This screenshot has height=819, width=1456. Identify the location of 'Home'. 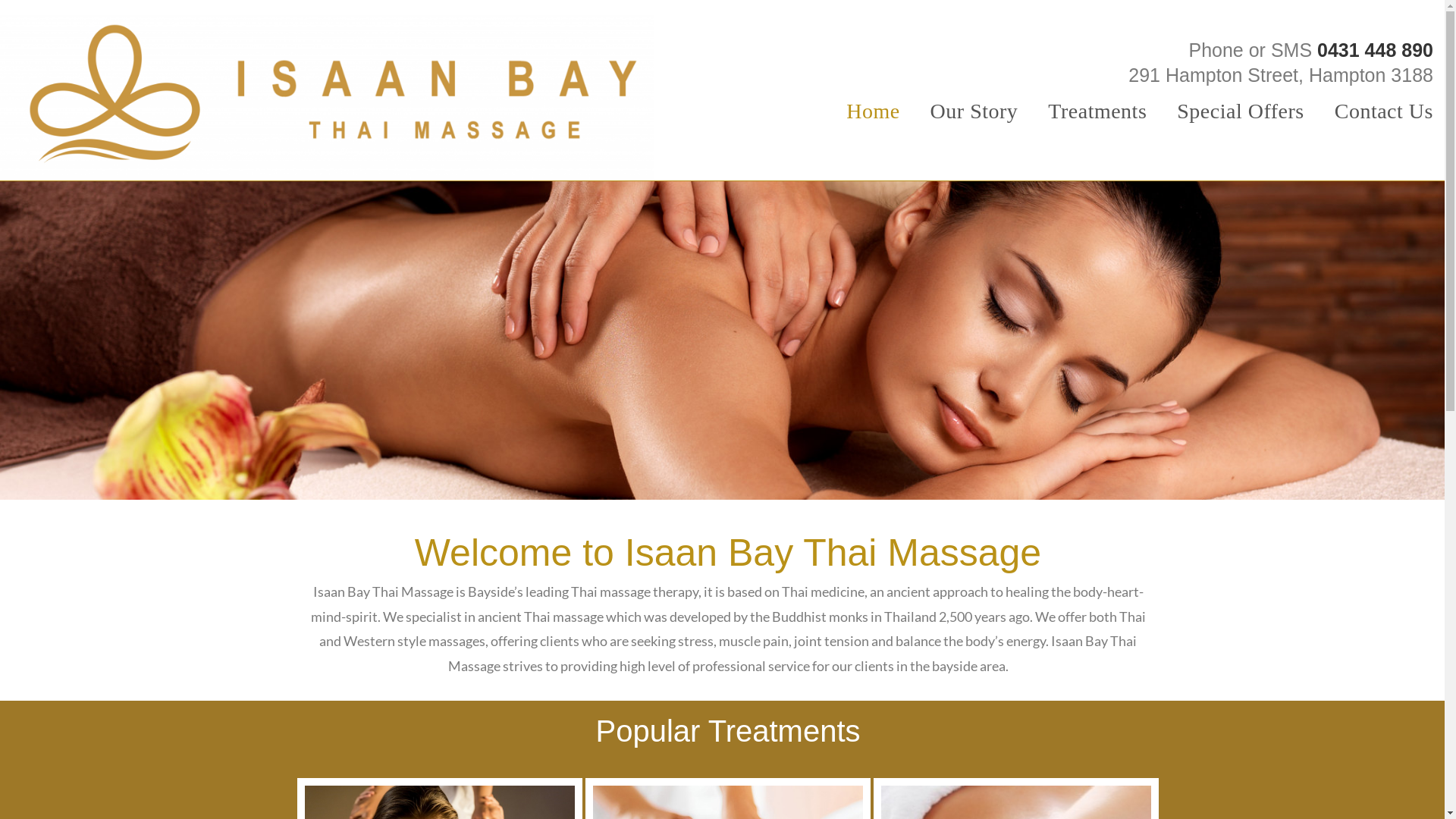
(873, 110).